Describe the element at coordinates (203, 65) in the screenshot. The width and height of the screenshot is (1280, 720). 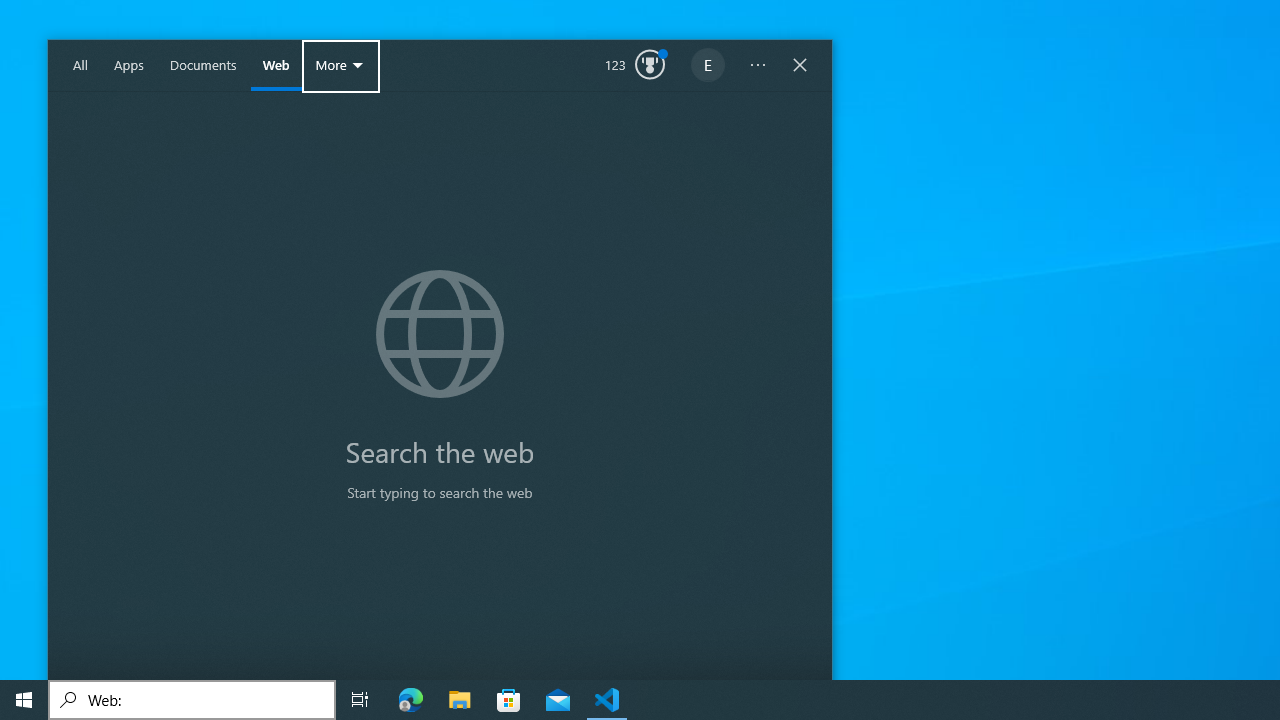
I see `'Documents'` at that location.